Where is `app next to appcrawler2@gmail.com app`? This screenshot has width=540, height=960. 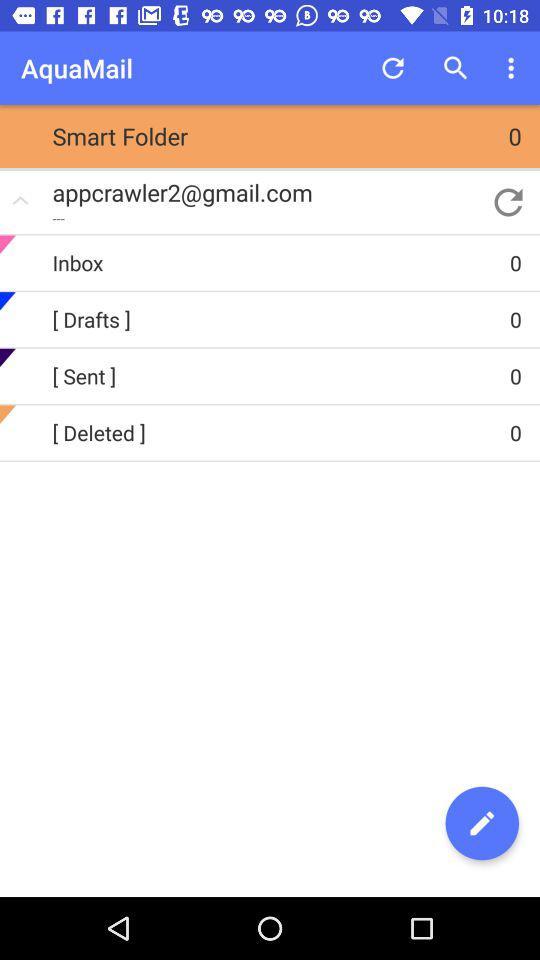
app next to appcrawler2@gmail.com app is located at coordinates (508, 202).